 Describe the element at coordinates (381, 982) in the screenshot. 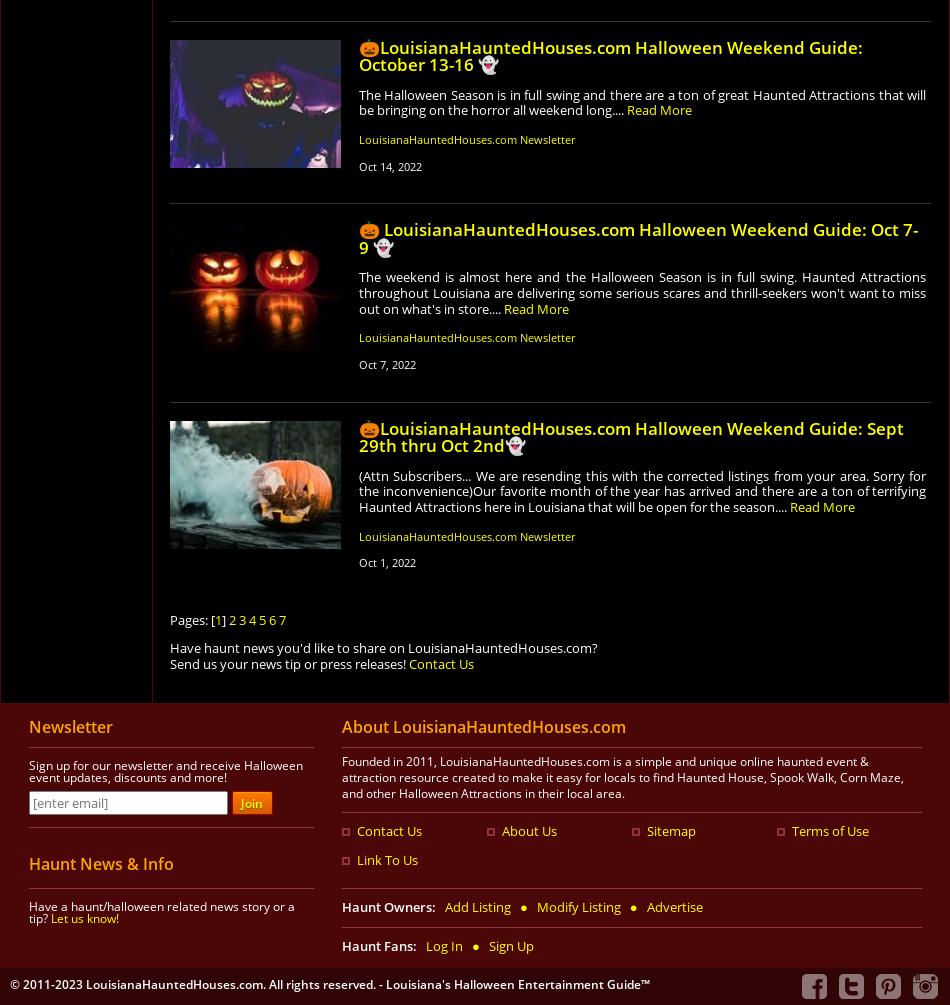

I see `'-'` at that location.